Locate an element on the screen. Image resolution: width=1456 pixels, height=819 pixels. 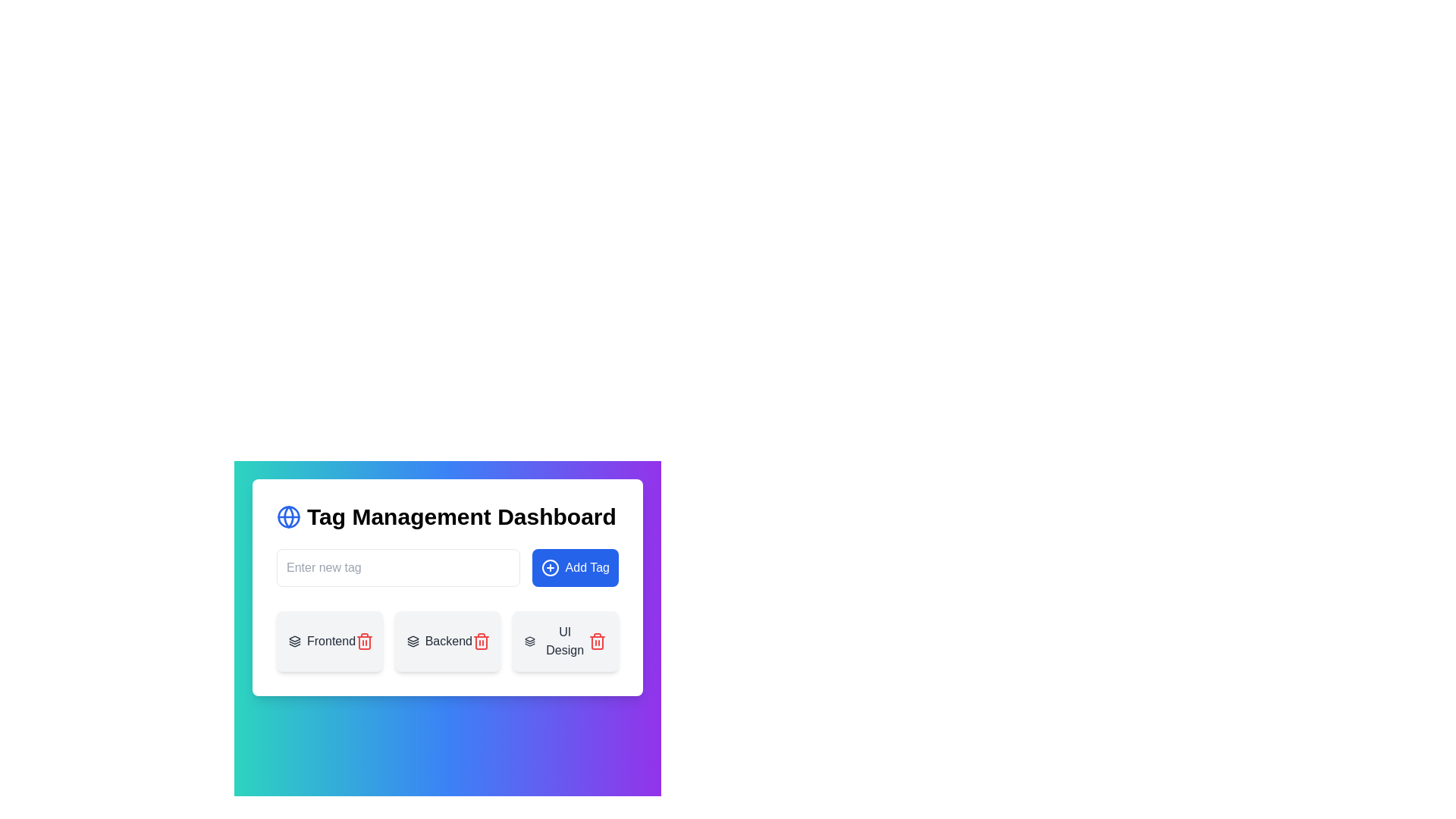
the 'Backend' card component is located at coordinates (447, 620).